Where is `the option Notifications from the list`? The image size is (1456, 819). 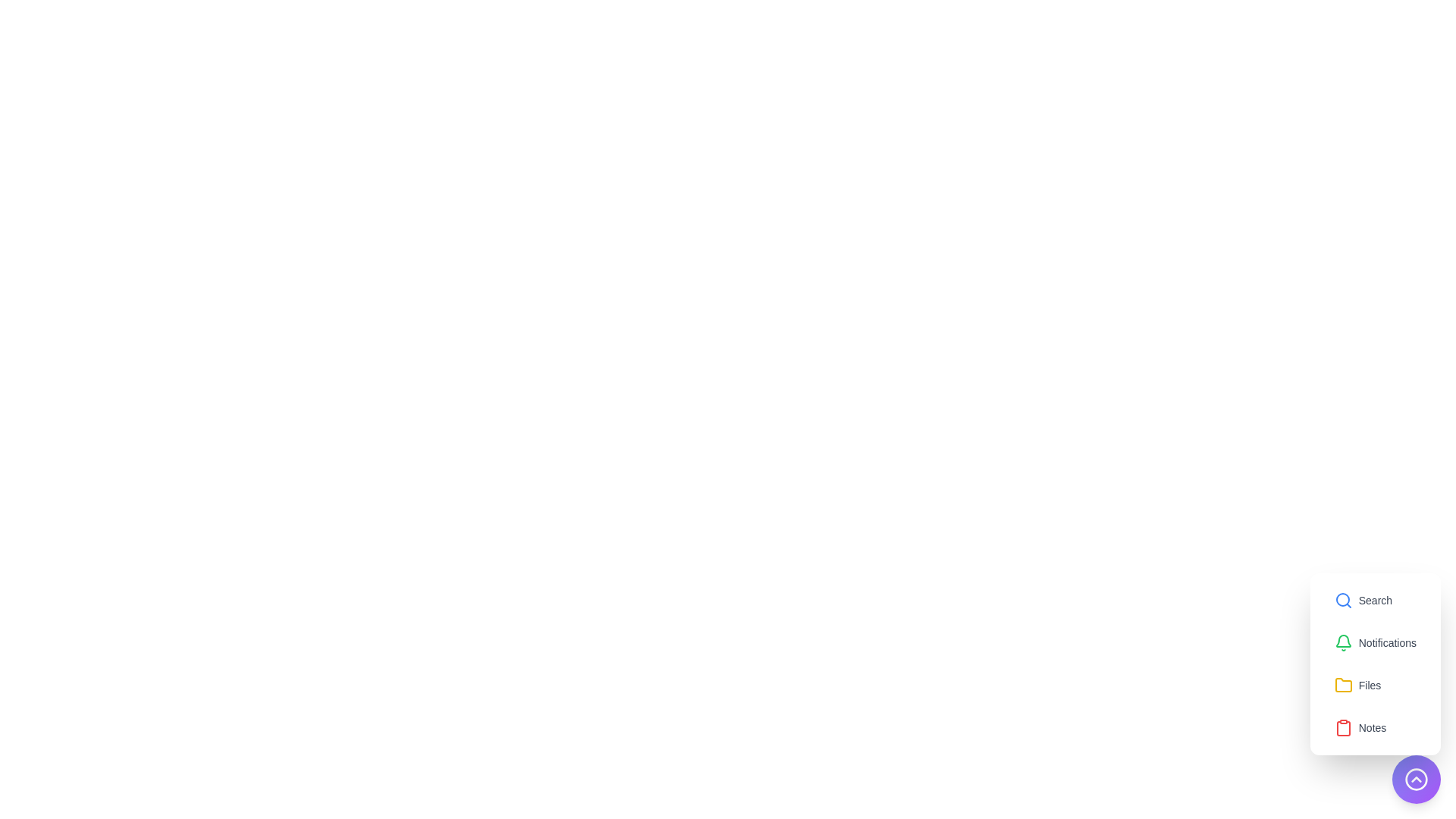 the option Notifications from the list is located at coordinates (1375, 643).